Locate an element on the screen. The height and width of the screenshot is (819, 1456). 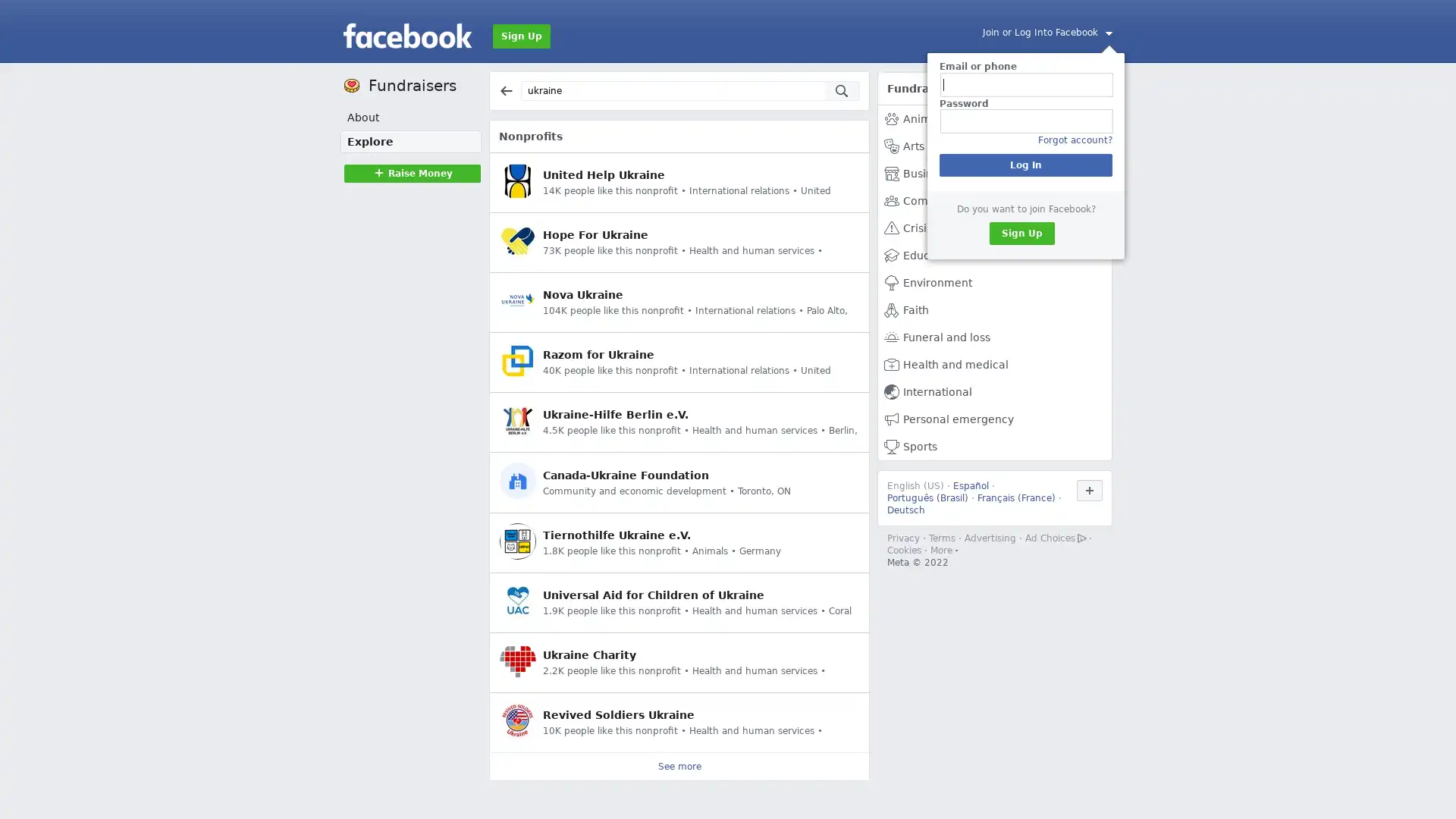
Portugues (Brasil) is located at coordinates (927, 497).